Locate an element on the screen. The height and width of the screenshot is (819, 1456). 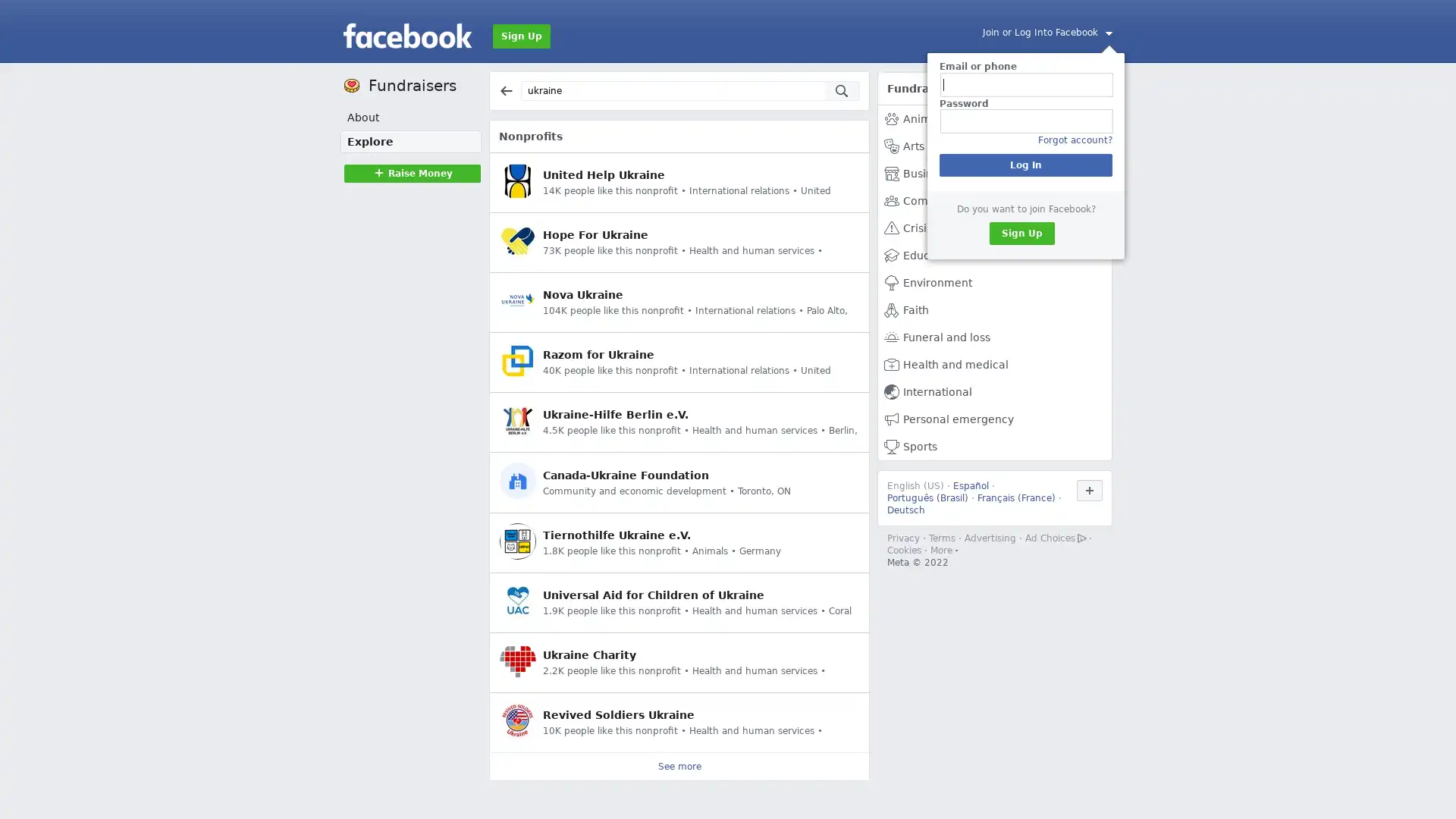
Portugues (Brasil) is located at coordinates (927, 497).